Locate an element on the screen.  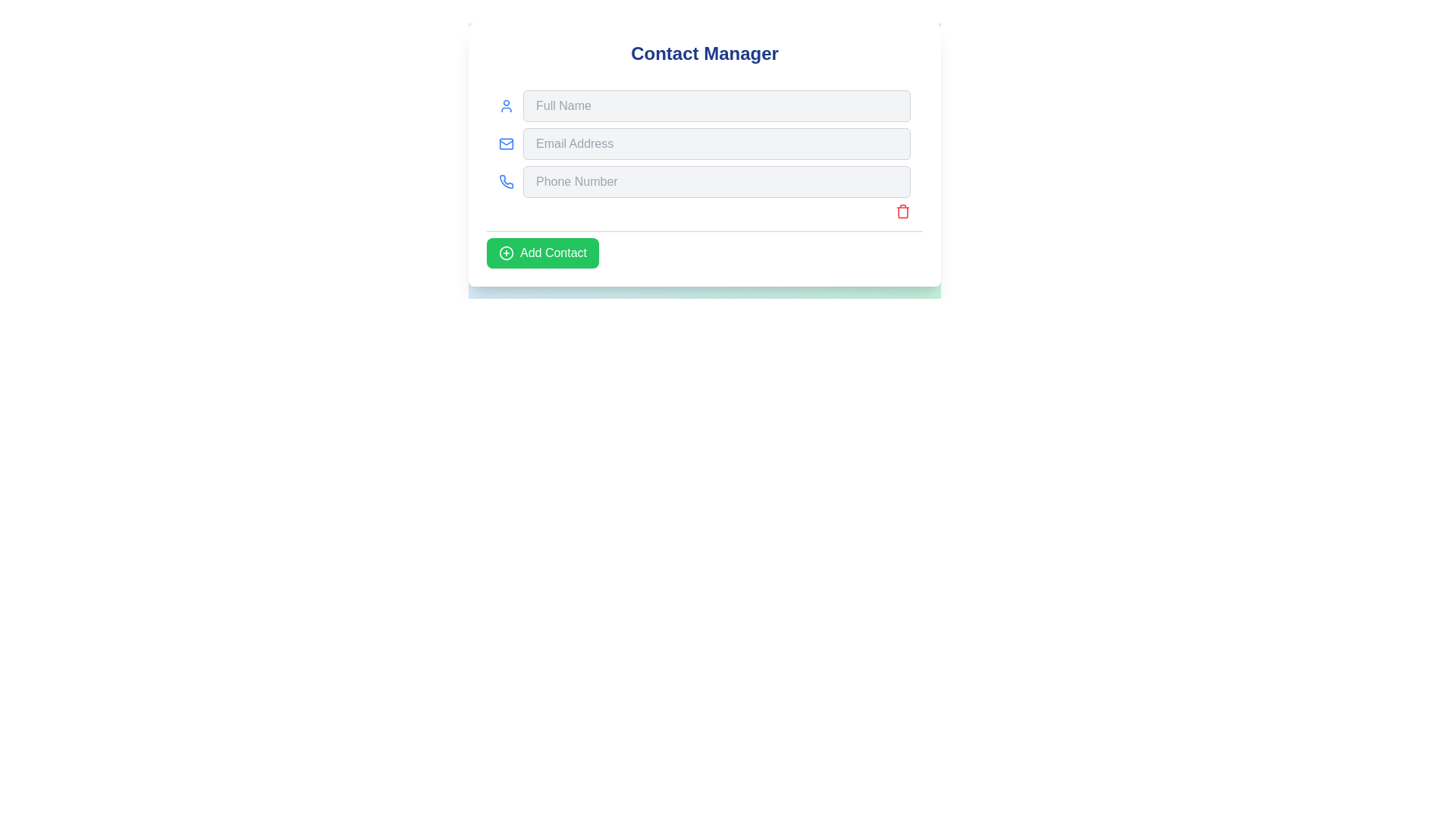
the 'Add Contact' text label within the button located at the bottom center of the interface is located at coordinates (552, 253).